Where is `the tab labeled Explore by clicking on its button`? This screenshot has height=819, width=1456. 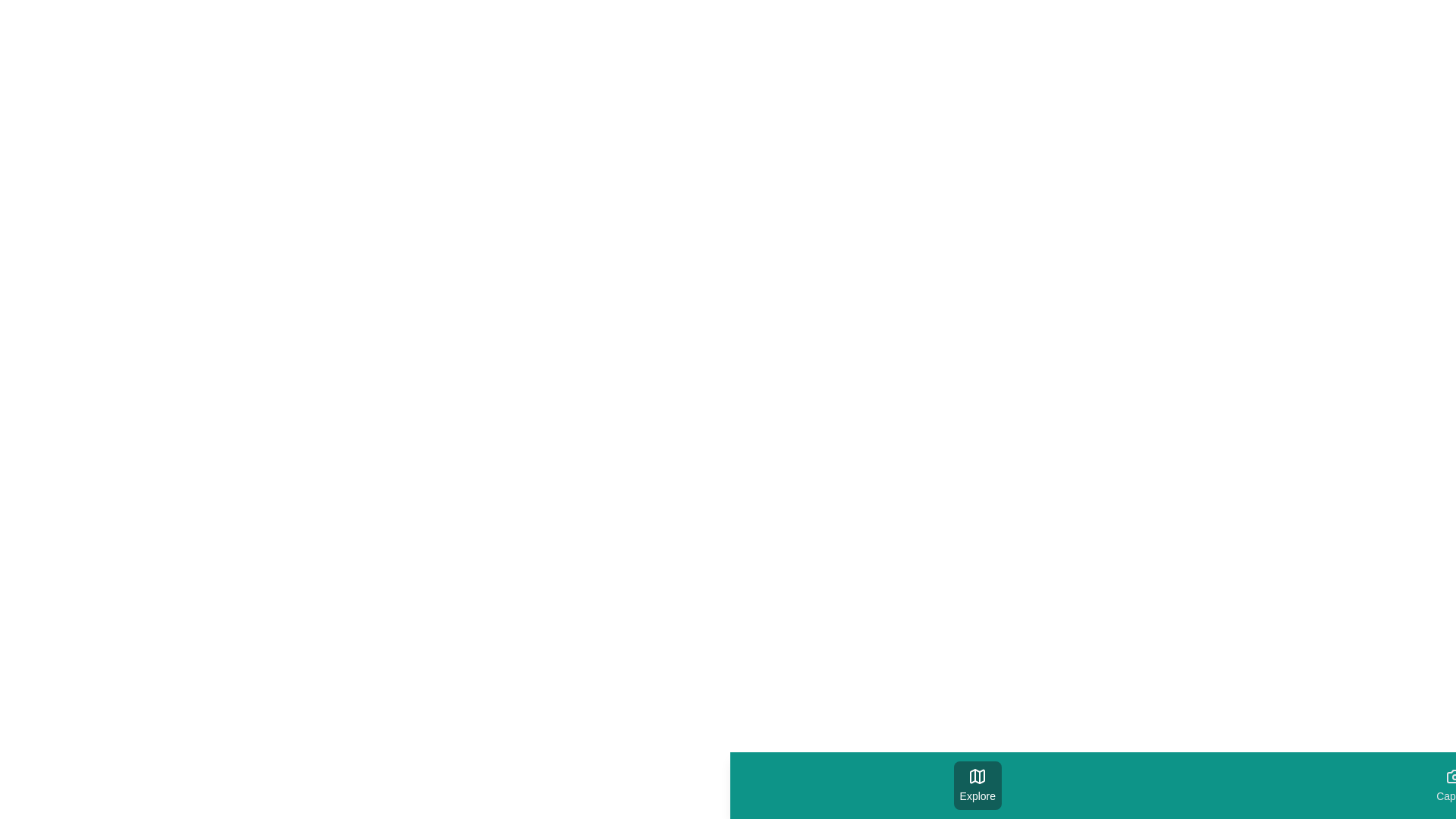 the tab labeled Explore by clicking on its button is located at coordinates (977, 785).